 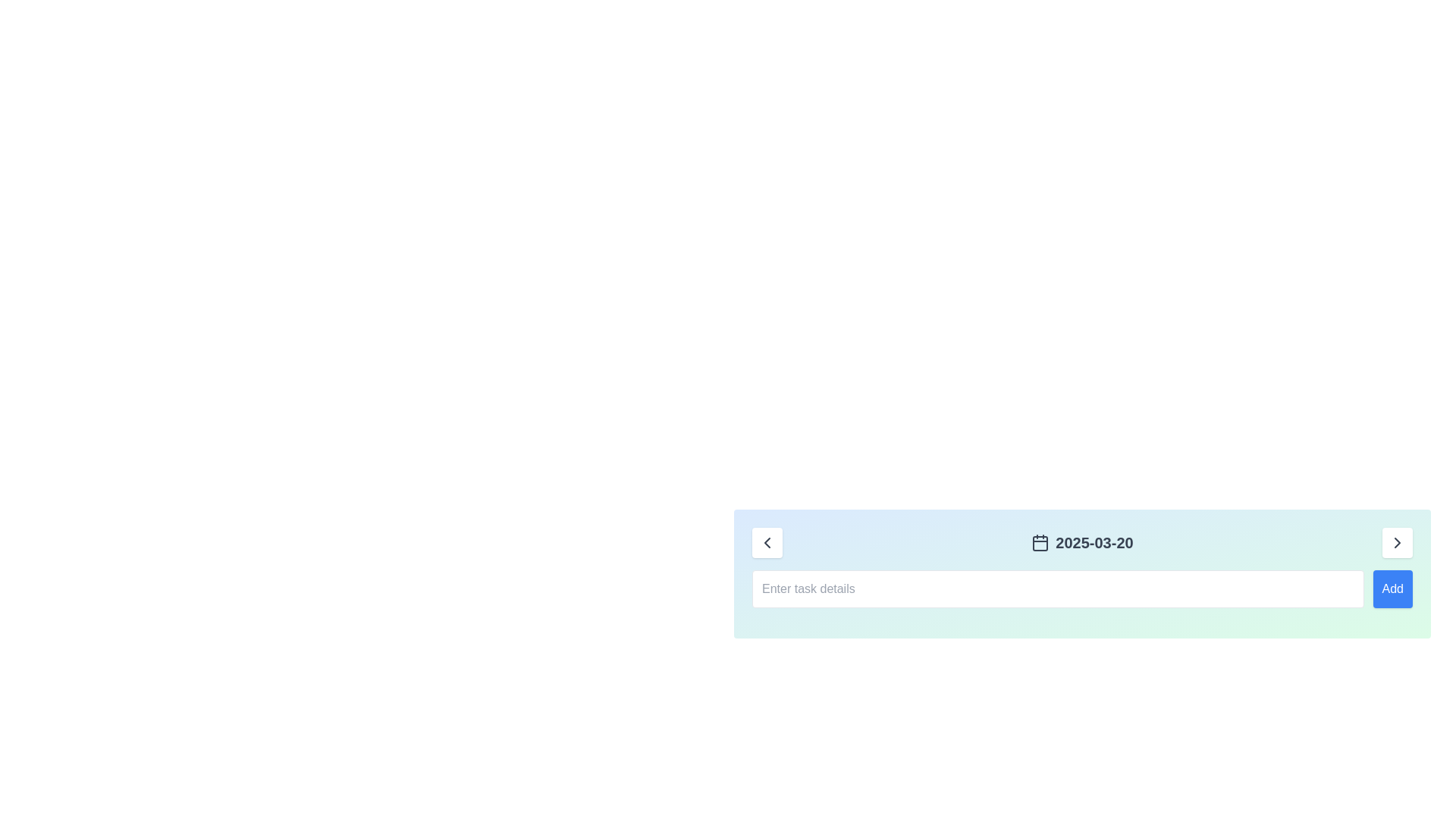 What do you see at coordinates (1040, 542) in the screenshot?
I see `the calendar icon, which has a clean and minimalistic design, characterized by dark gray strokes and is located to the left of the text '2025-03-20'` at bounding box center [1040, 542].